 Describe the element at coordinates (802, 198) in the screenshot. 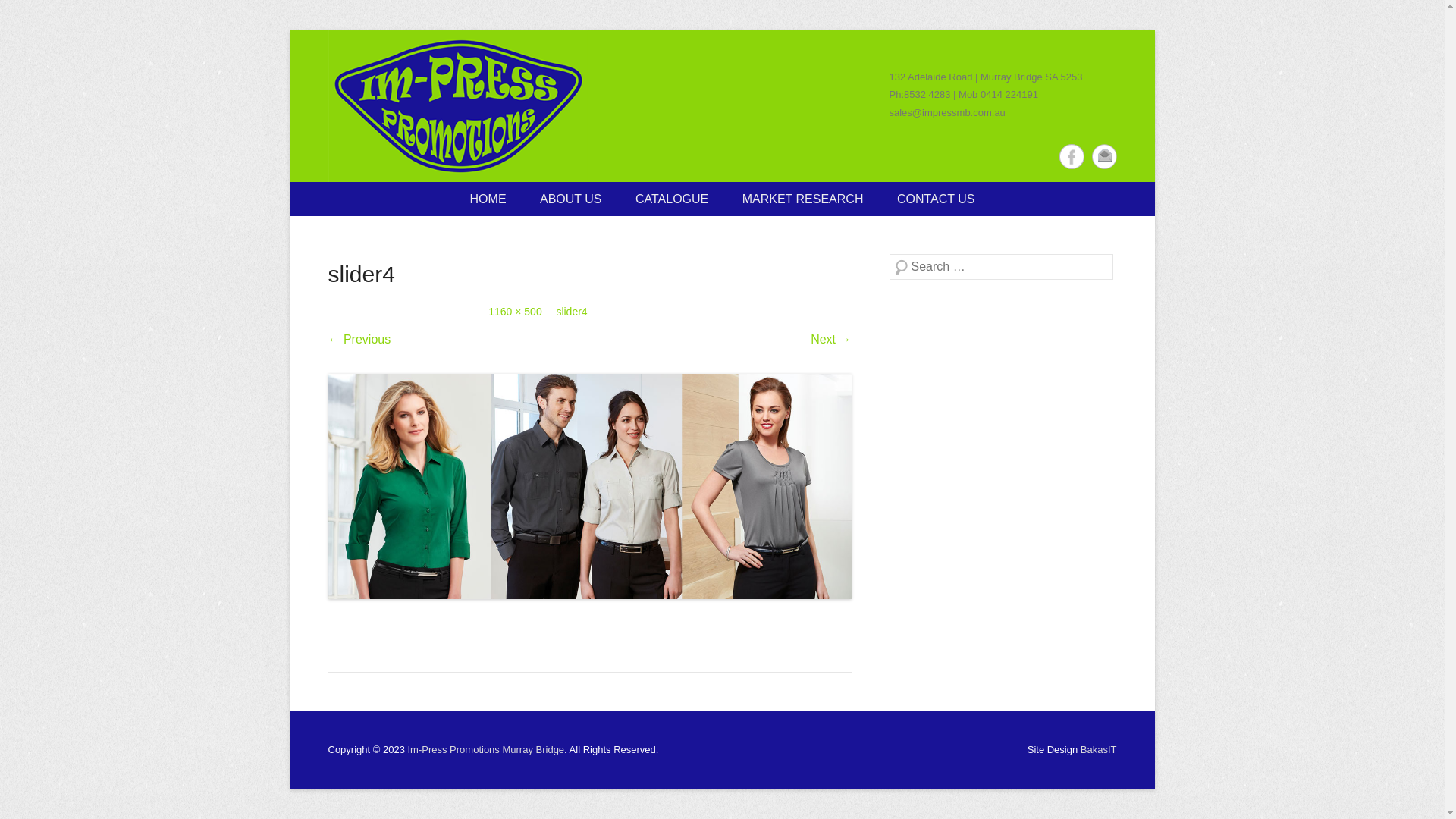

I see `'MARKET RESEARCH'` at that location.